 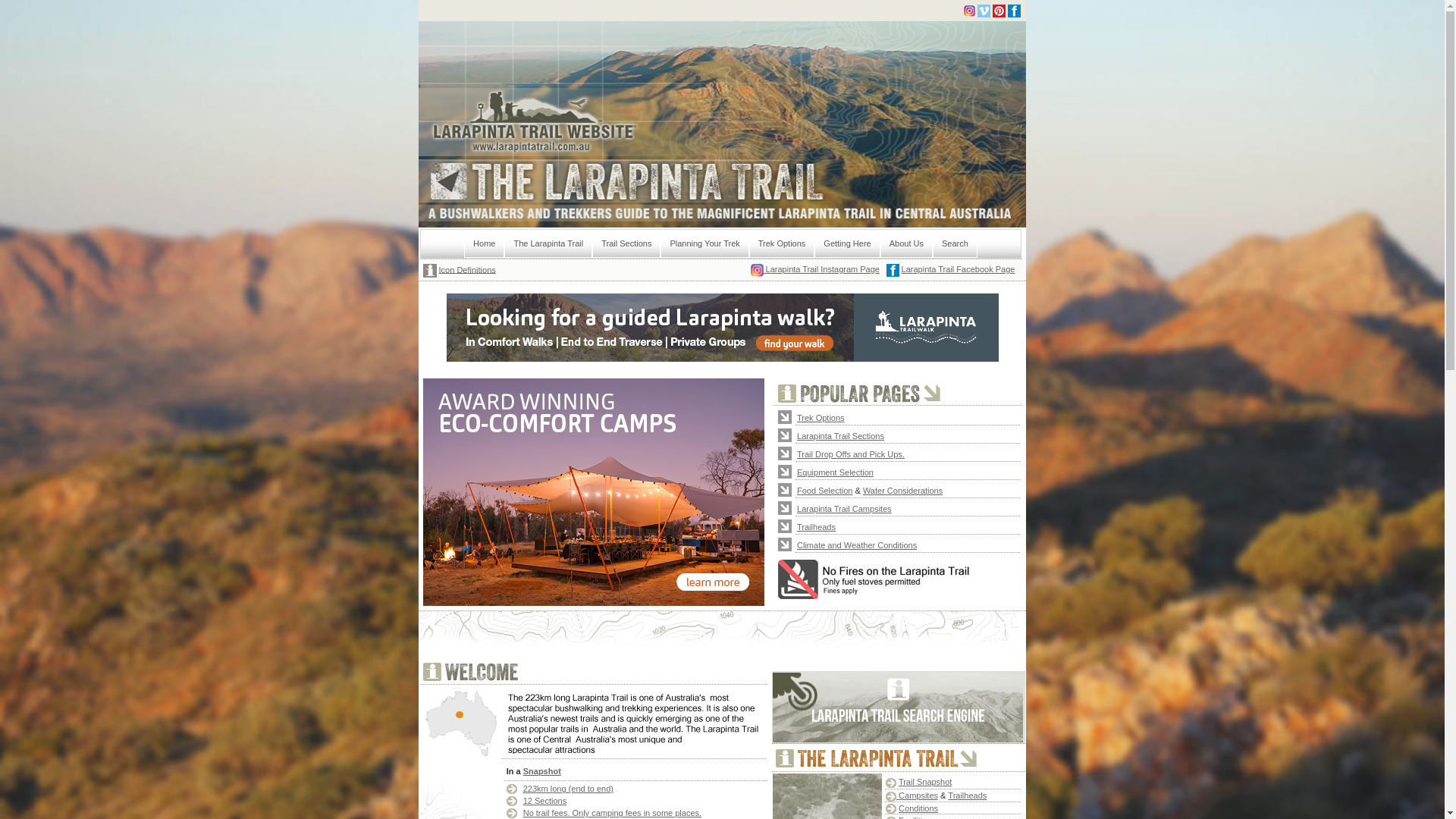 What do you see at coordinates (815, 526) in the screenshot?
I see `'Trailheads'` at bounding box center [815, 526].